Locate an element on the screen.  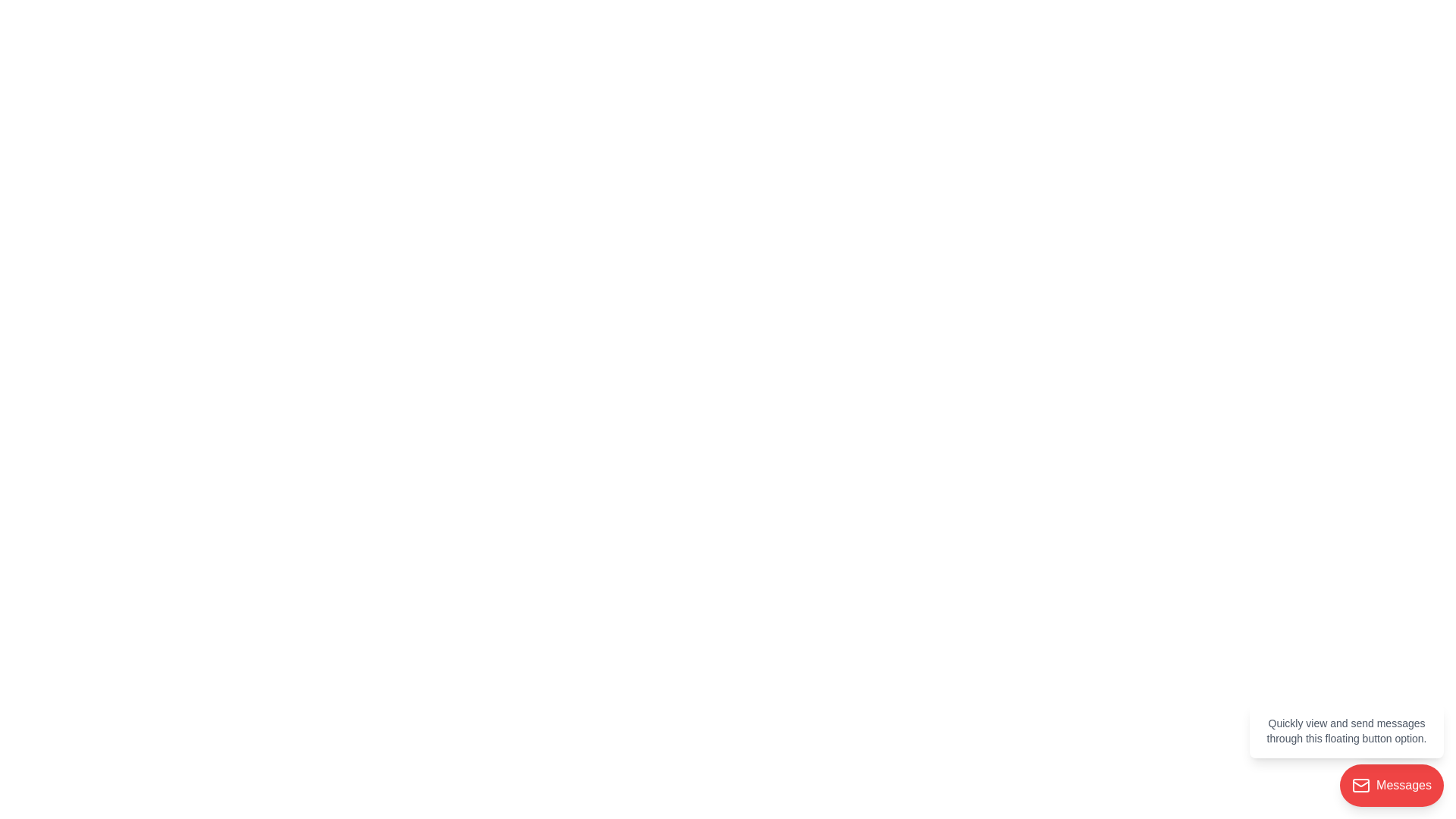
the mail icon located on the left side of the red circular button labeled 'Messages' in the bottom-right corner of the interface is located at coordinates (1361, 785).